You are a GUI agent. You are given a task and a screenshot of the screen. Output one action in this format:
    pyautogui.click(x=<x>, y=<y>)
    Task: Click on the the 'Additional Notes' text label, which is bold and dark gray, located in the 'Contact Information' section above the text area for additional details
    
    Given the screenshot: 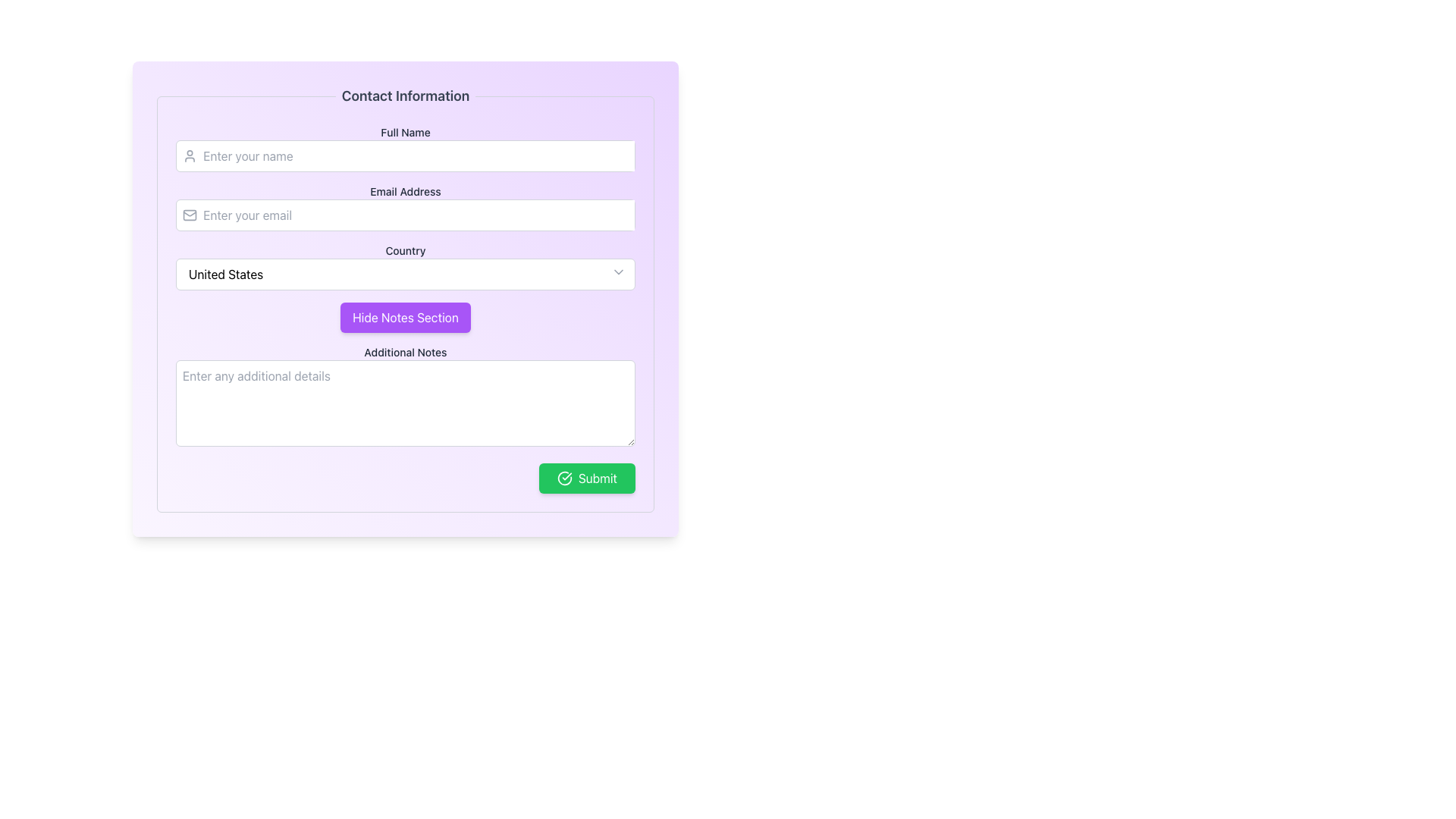 What is the action you would take?
    pyautogui.click(x=405, y=353)
    